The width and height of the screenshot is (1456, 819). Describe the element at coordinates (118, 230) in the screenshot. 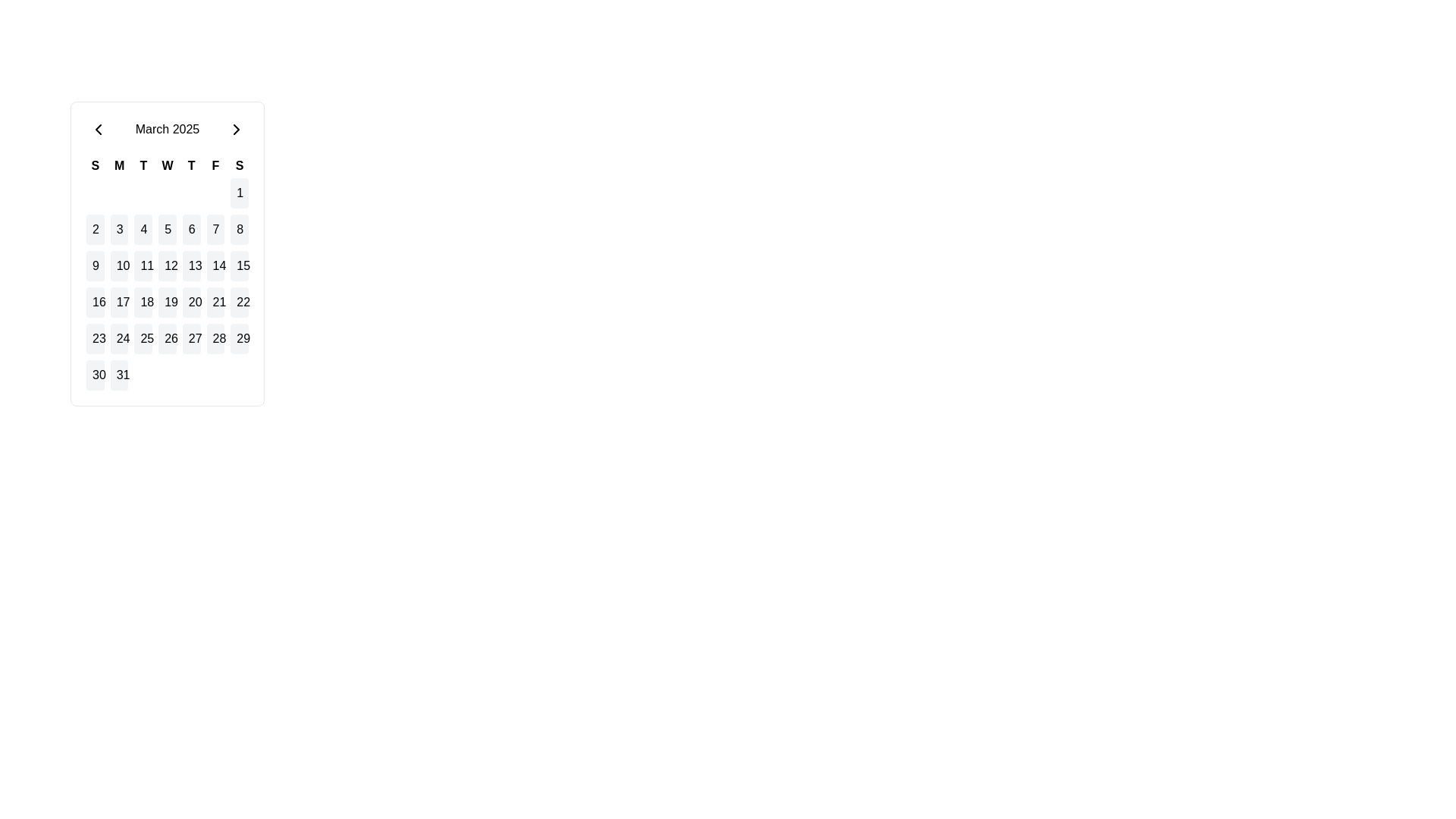

I see `the interactive calendar date cell representing the third day of the month for additional options` at that location.